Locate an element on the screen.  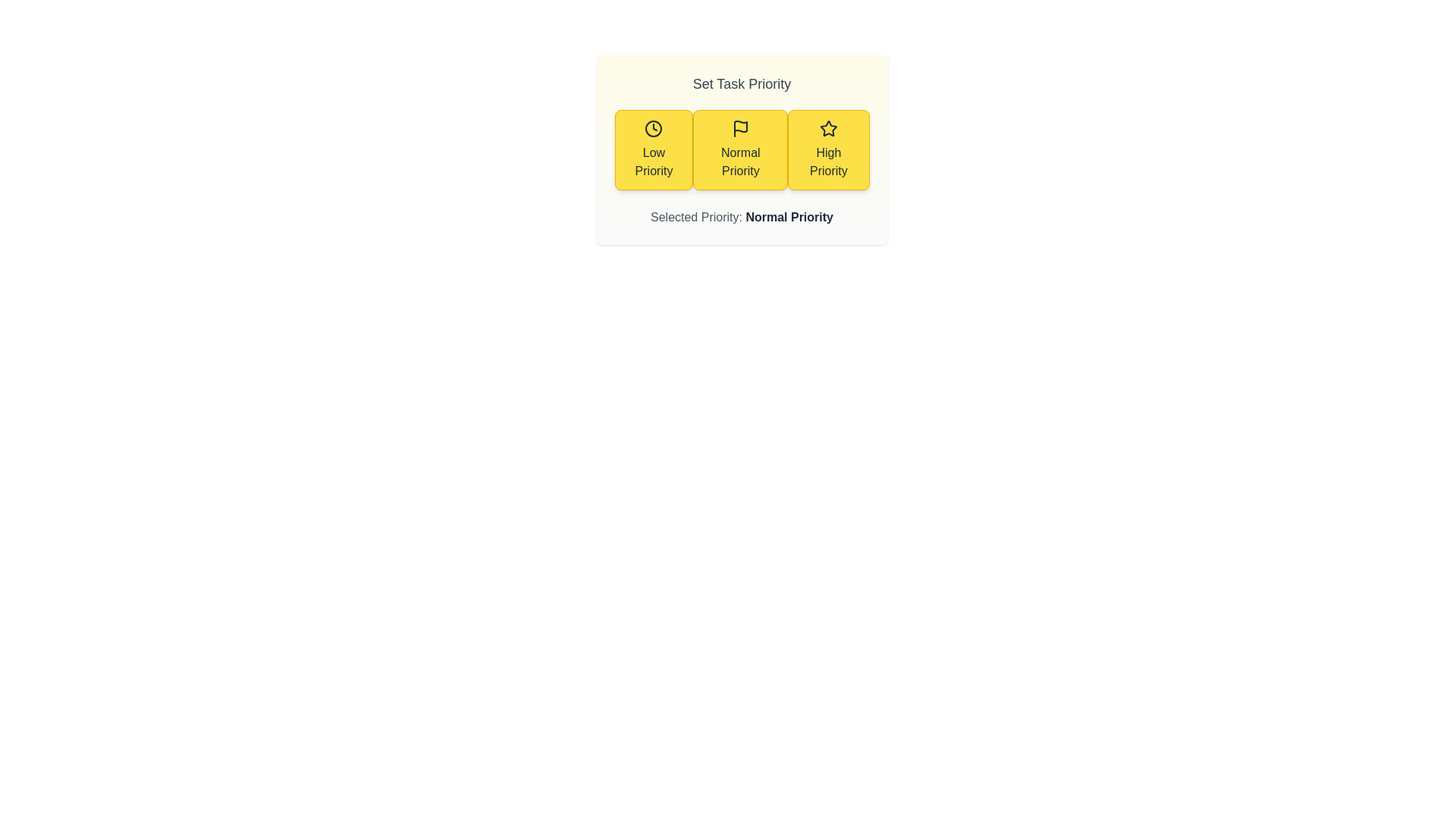
the priority level Normal Priority by clicking on the corresponding button is located at coordinates (741, 149).